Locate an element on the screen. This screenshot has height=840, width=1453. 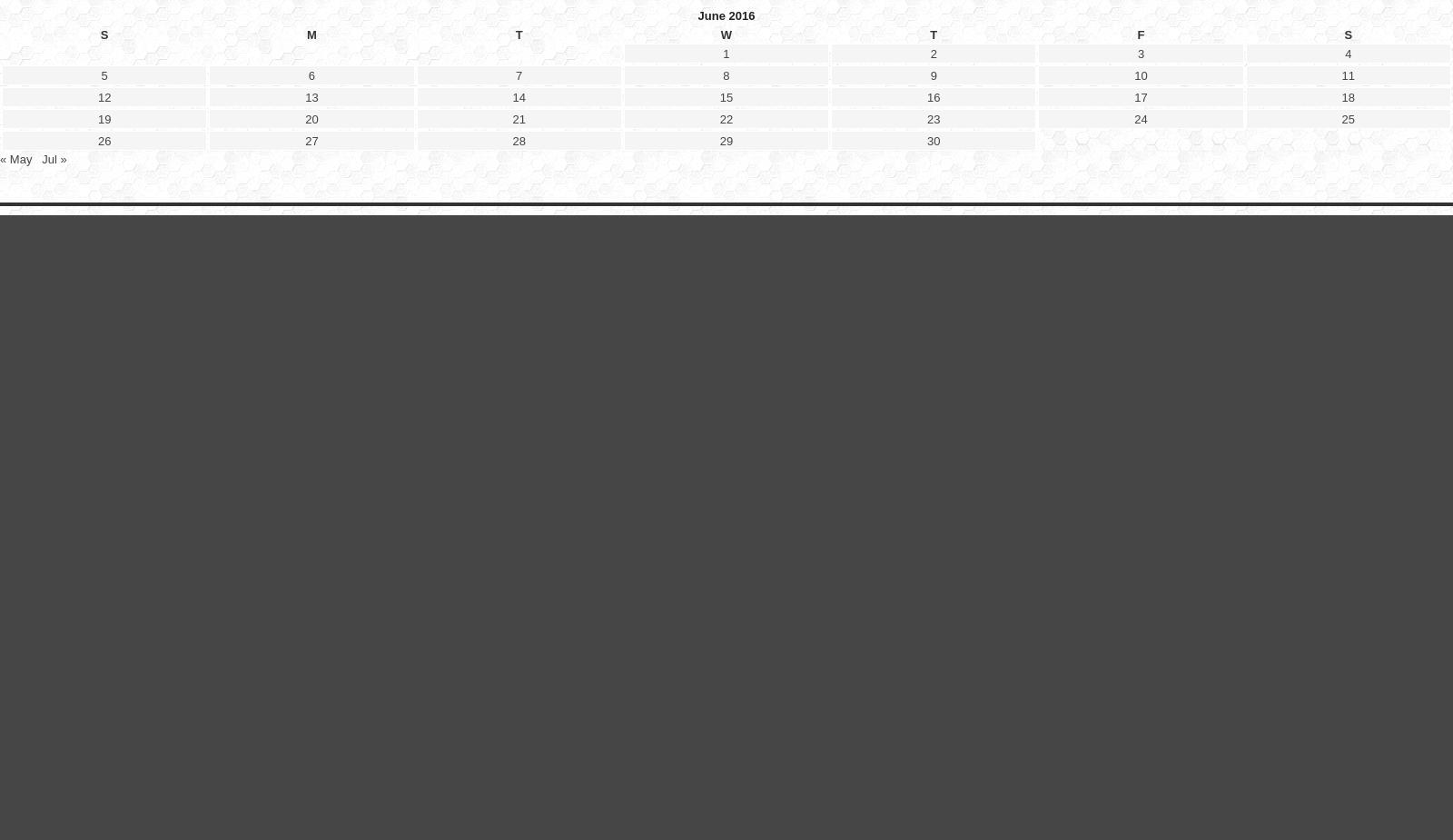
'4' is located at coordinates (1344, 500).